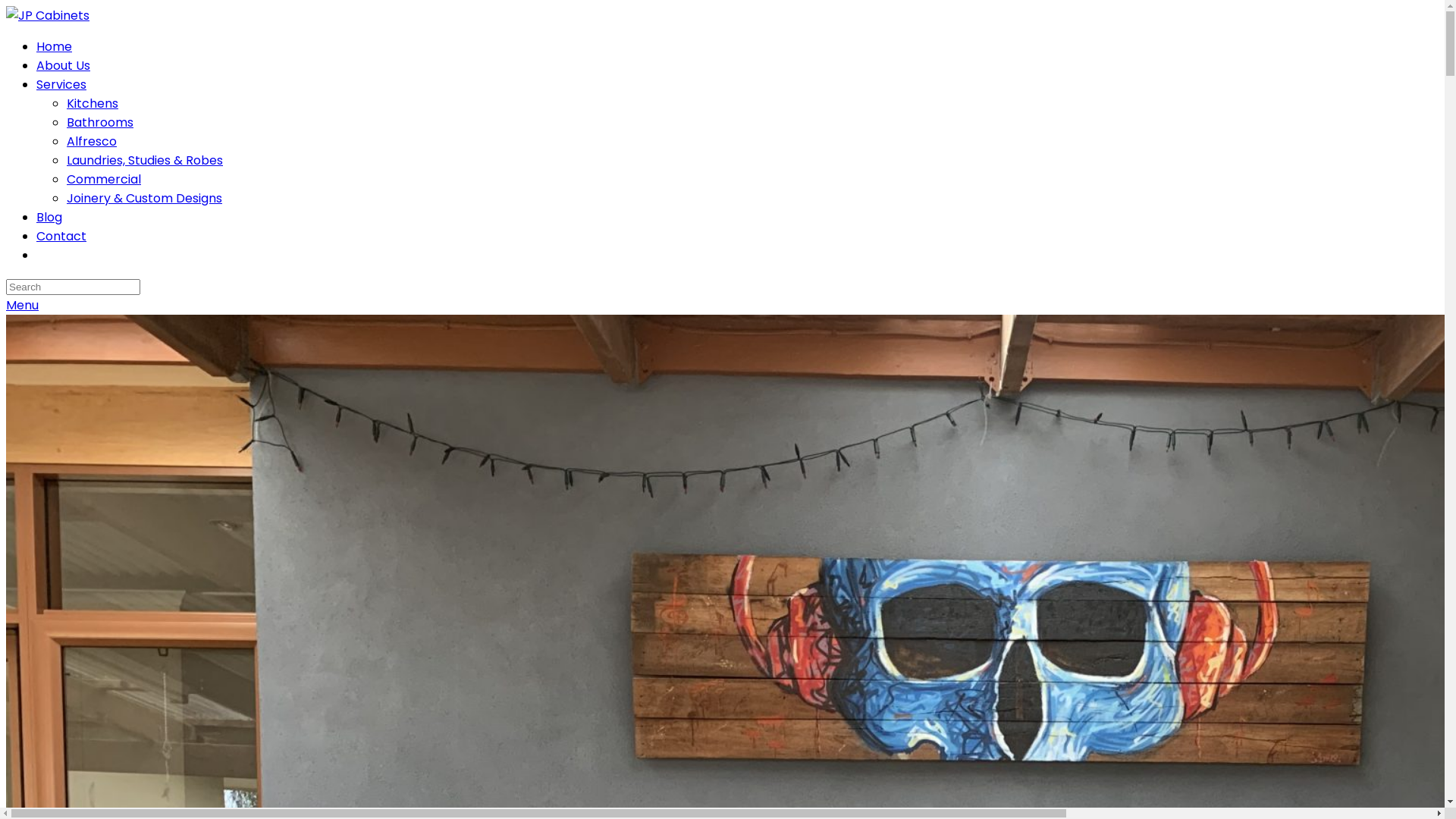  Describe the element at coordinates (91, 102) in the screenshot. I see `'Kitchens'` at that location.